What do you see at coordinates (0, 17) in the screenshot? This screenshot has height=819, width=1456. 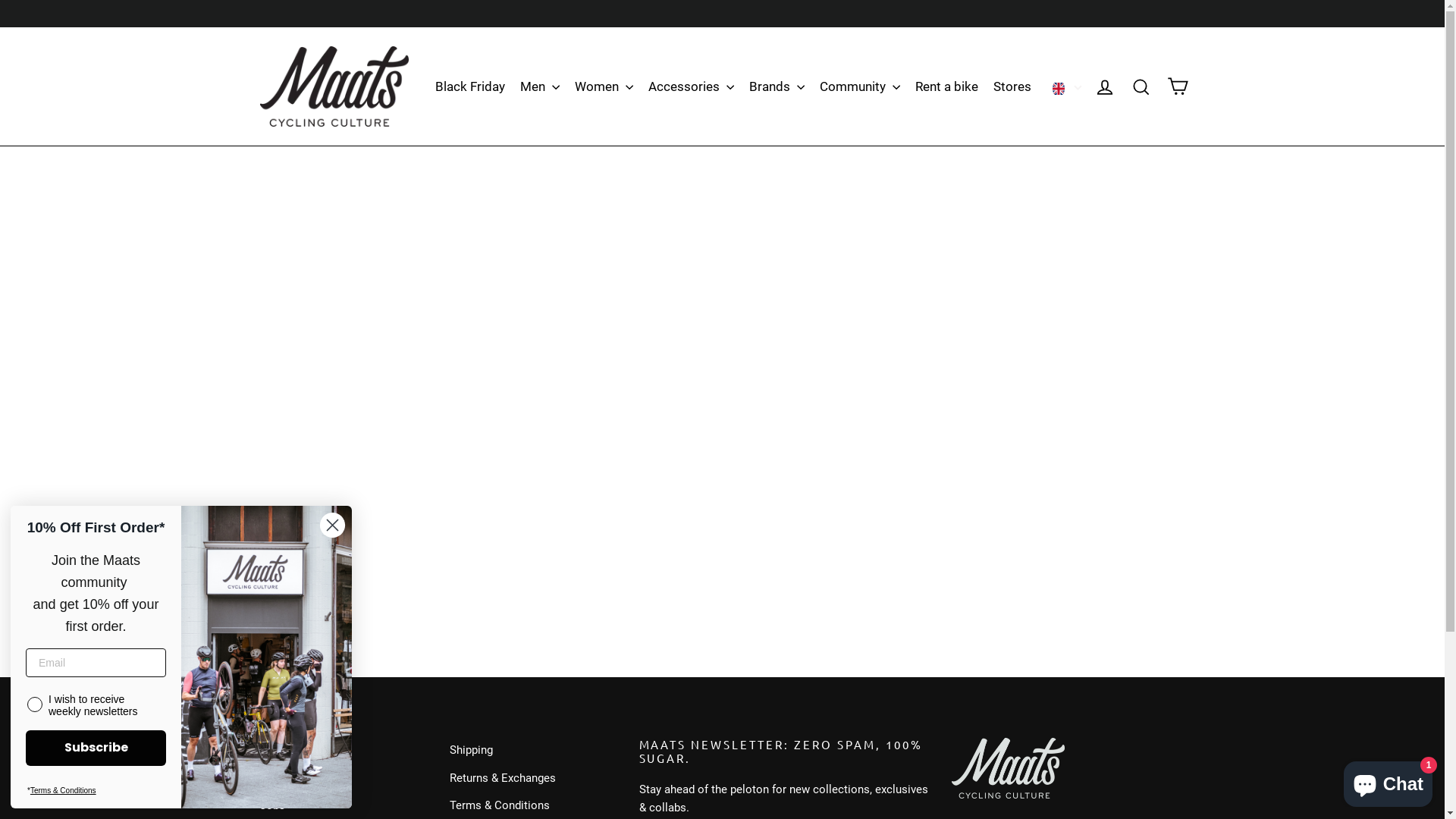 I see `'Submit'` at bounding box center [0, 17].